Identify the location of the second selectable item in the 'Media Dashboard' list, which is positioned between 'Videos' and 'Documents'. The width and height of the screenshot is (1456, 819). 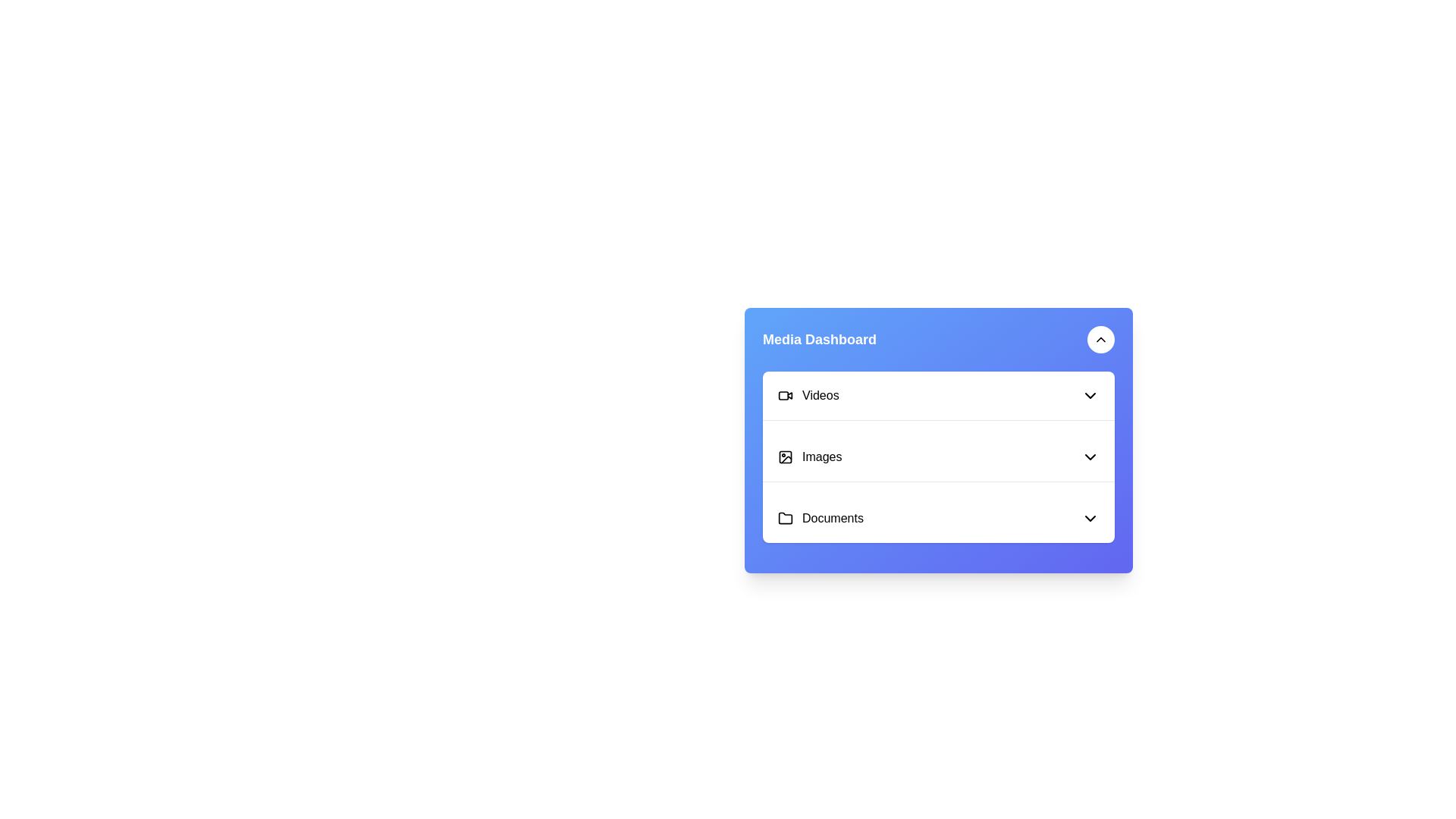
(938, 456).